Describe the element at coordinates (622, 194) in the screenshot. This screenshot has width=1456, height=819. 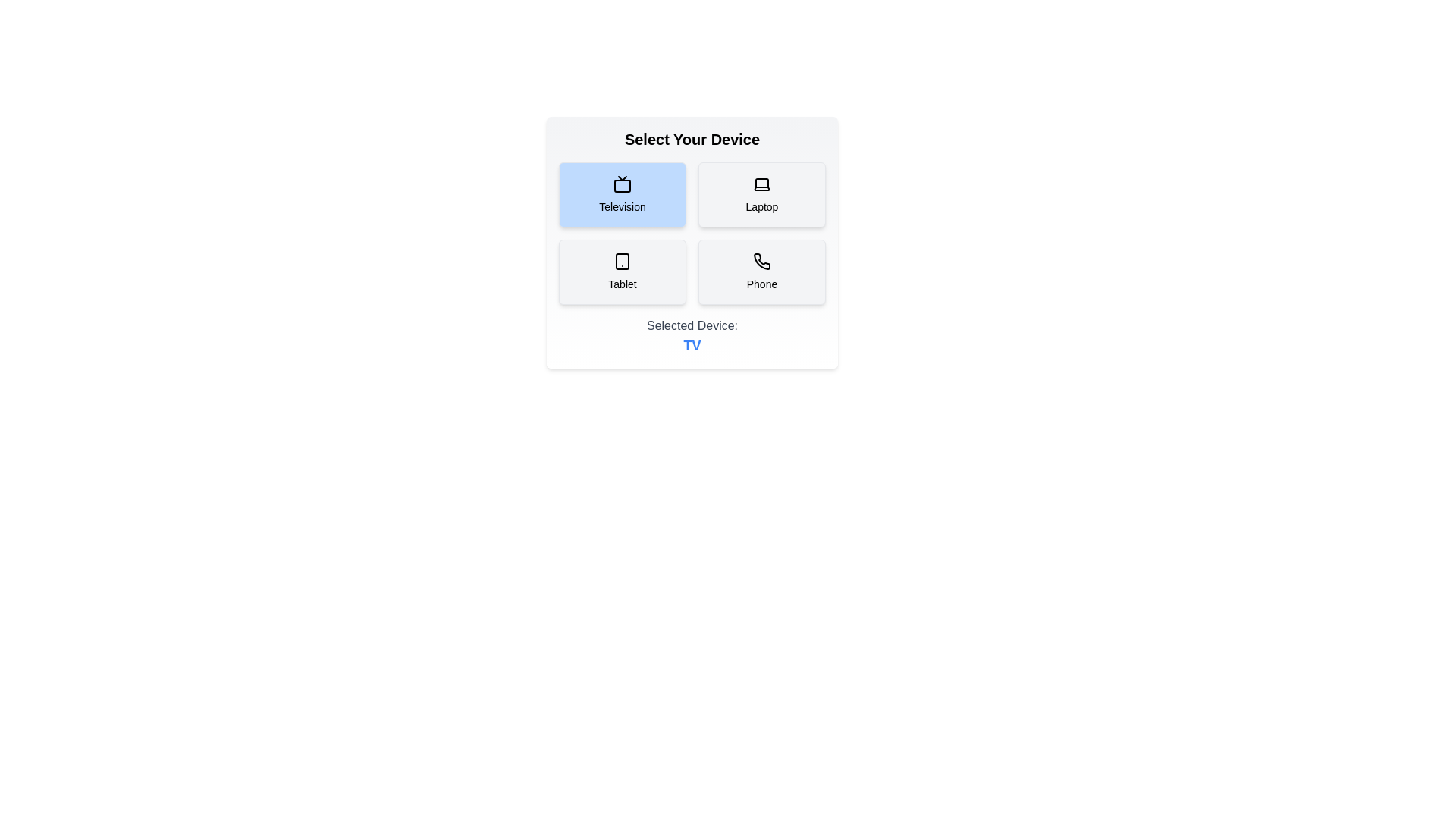
I see `the button labeled Television to observe its visual effect` at that location.